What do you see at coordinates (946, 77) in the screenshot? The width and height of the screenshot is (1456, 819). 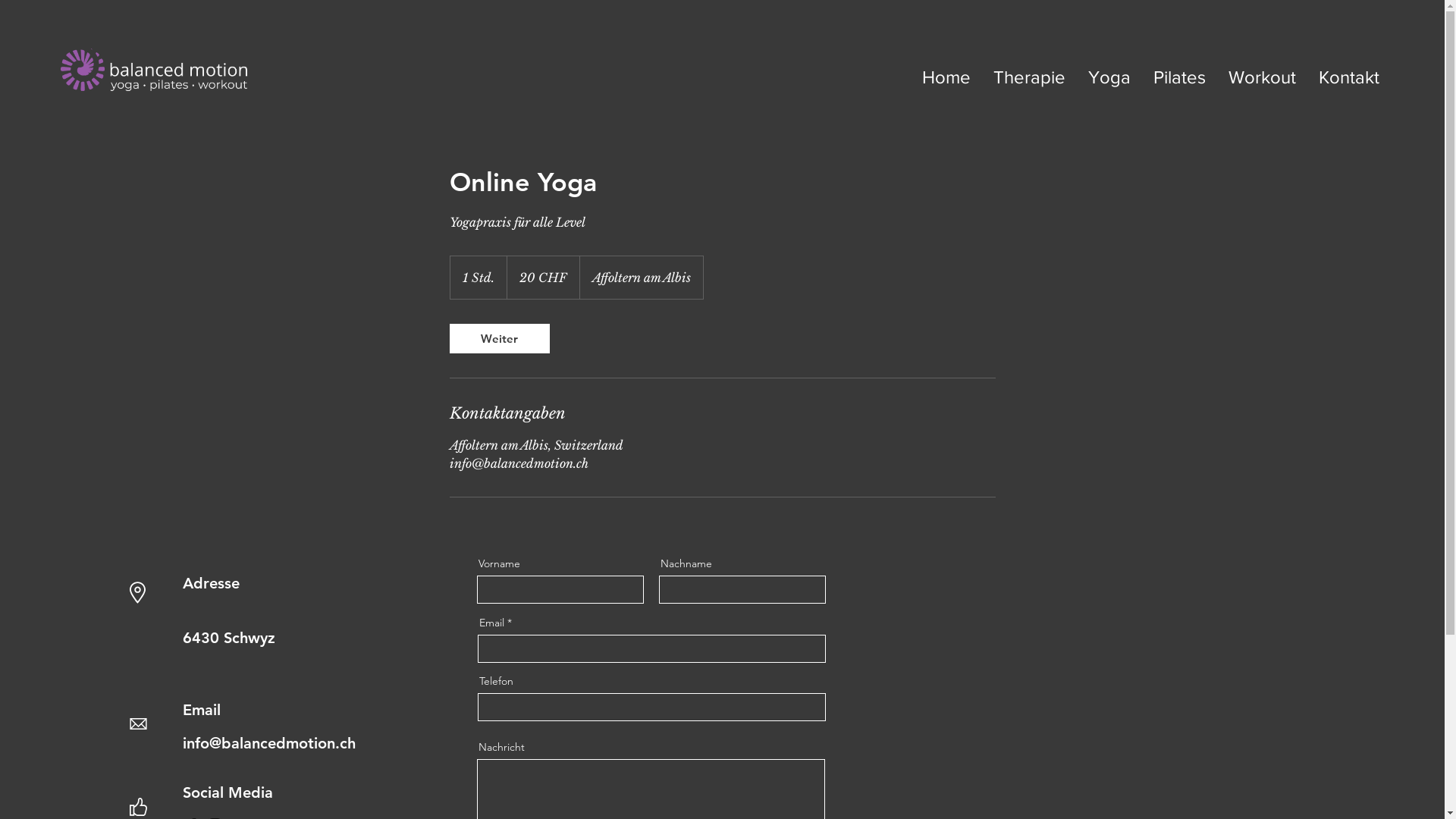 I see `'Home'` at bounding box center [946, 77].